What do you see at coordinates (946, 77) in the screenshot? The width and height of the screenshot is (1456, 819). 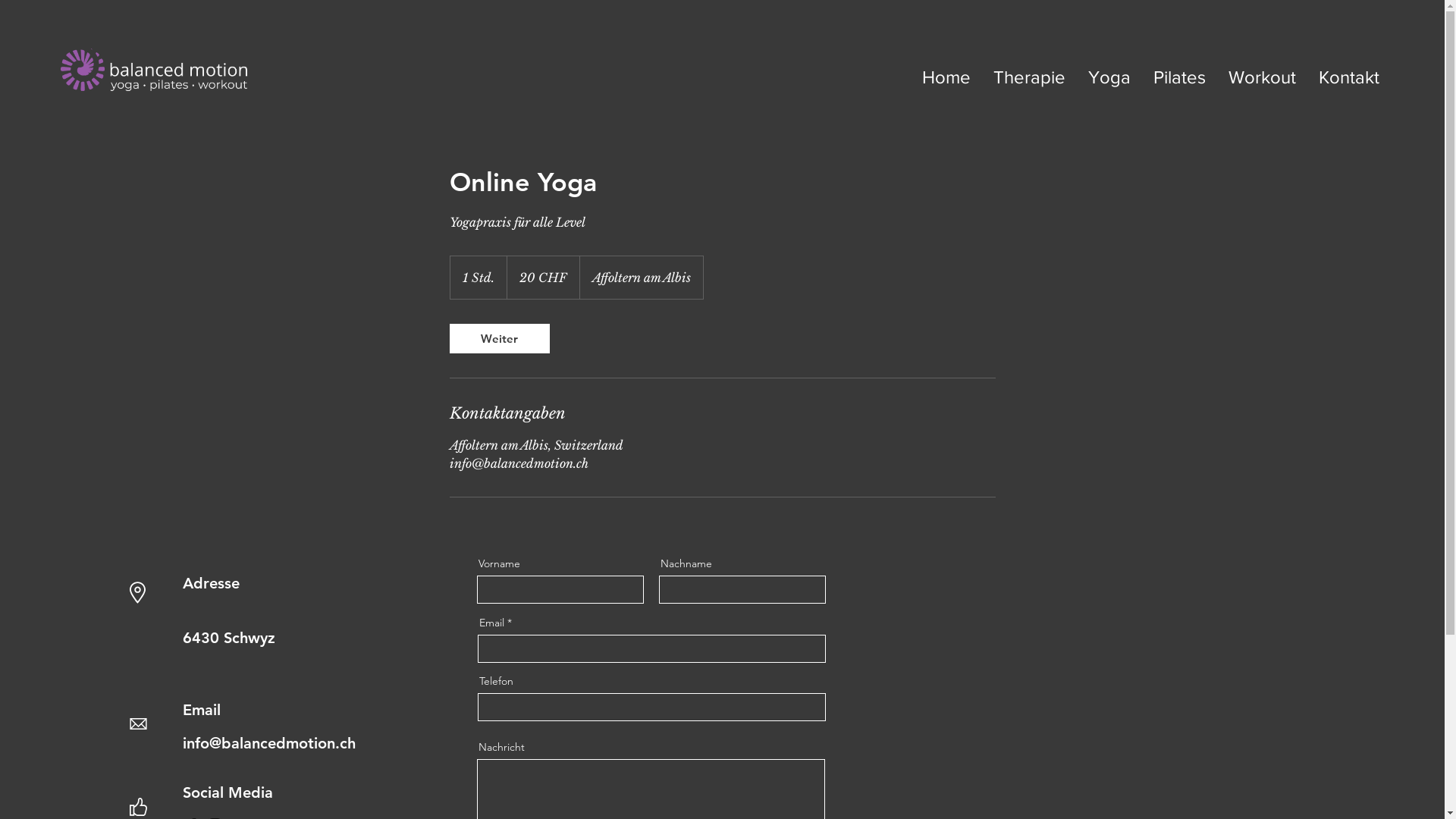 I see `'Home'` at bounding box center [946, 77].